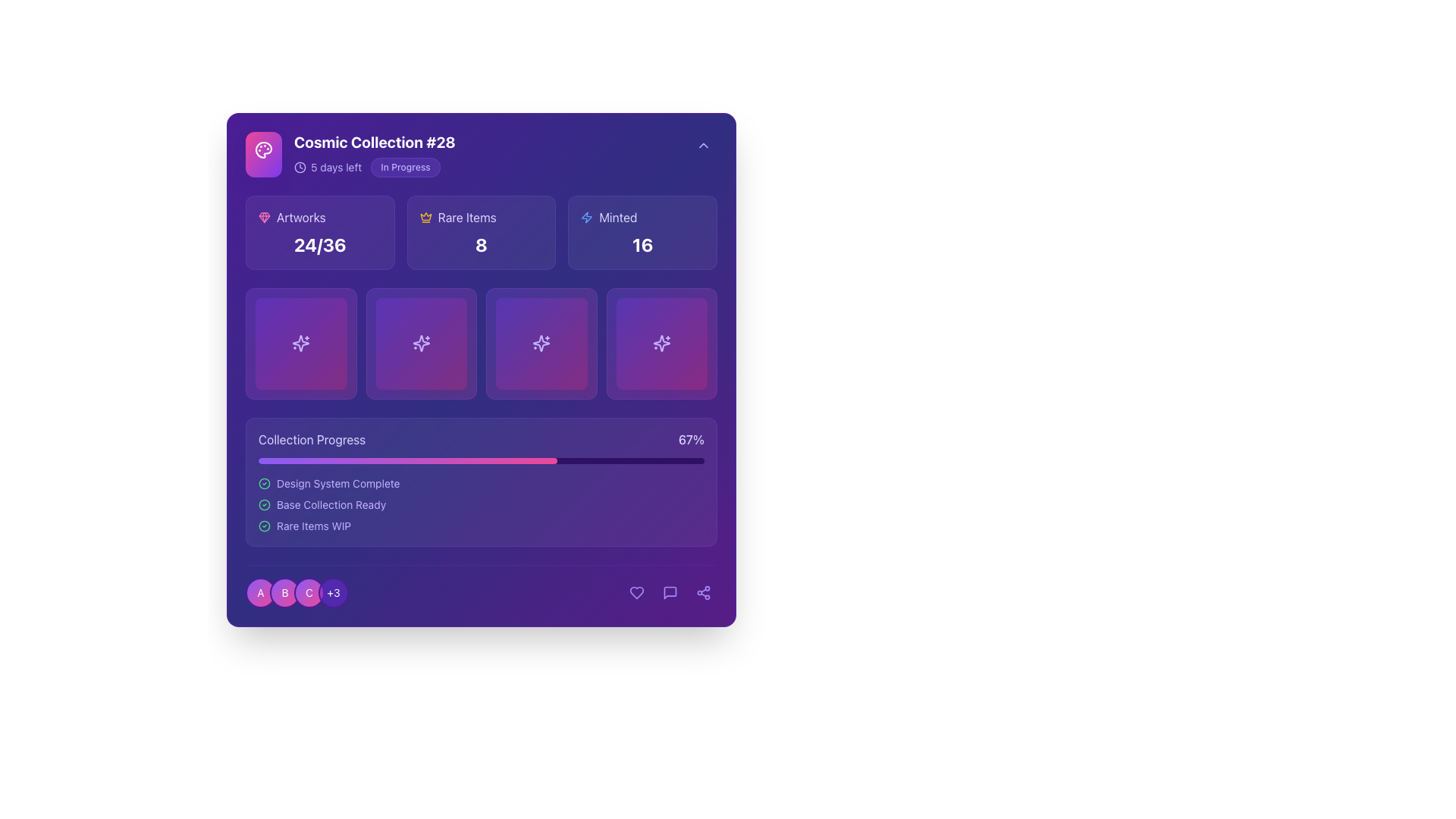  What do you see at coordinates (265, 504) in the screenshot?
I see `the small circular green checkmark icon that indicates success, located next to the text 'Base Collection Ready' in the progress list` at bounding box center [265, 504].